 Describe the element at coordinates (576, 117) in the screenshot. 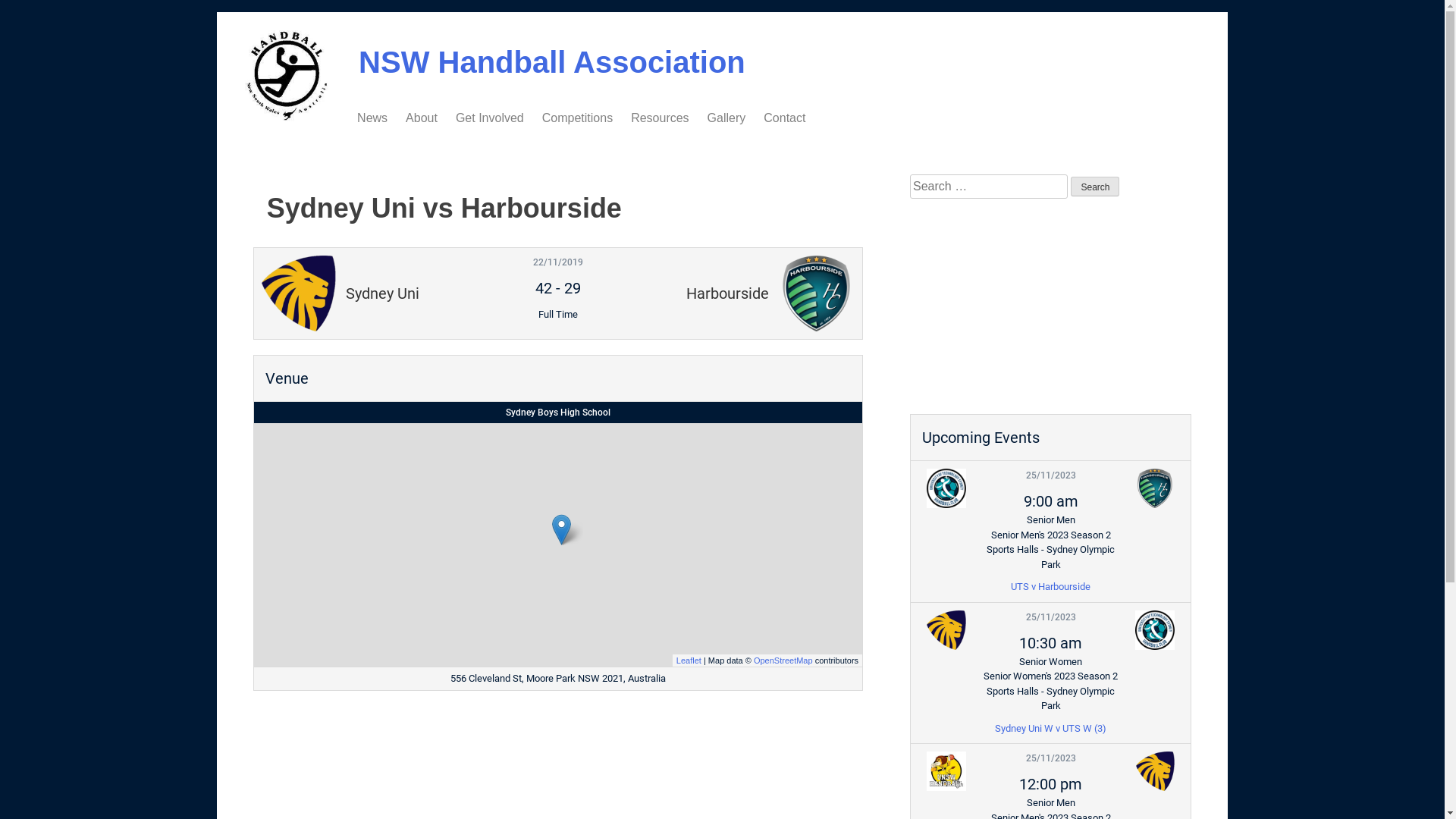

I see `'Competitions'` at that location.